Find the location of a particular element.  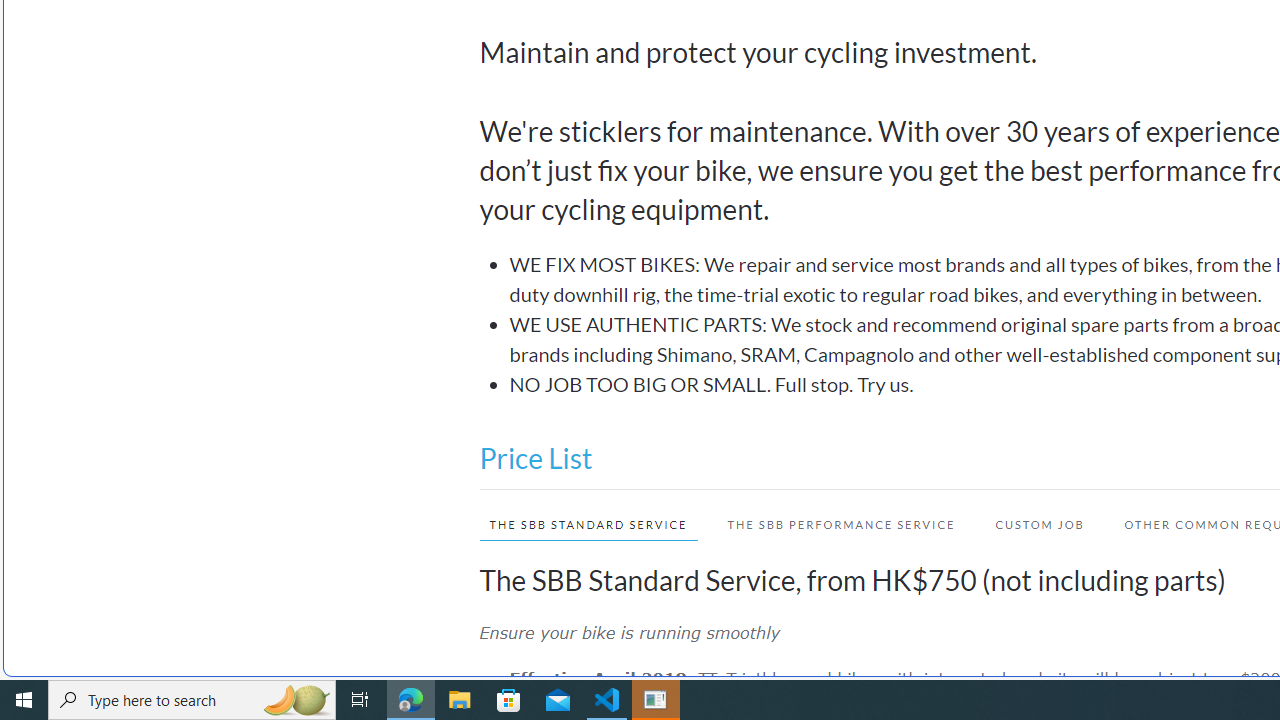

'THE SBB PERFORMANCE SERVICE' is located at coordinates (841, 523).